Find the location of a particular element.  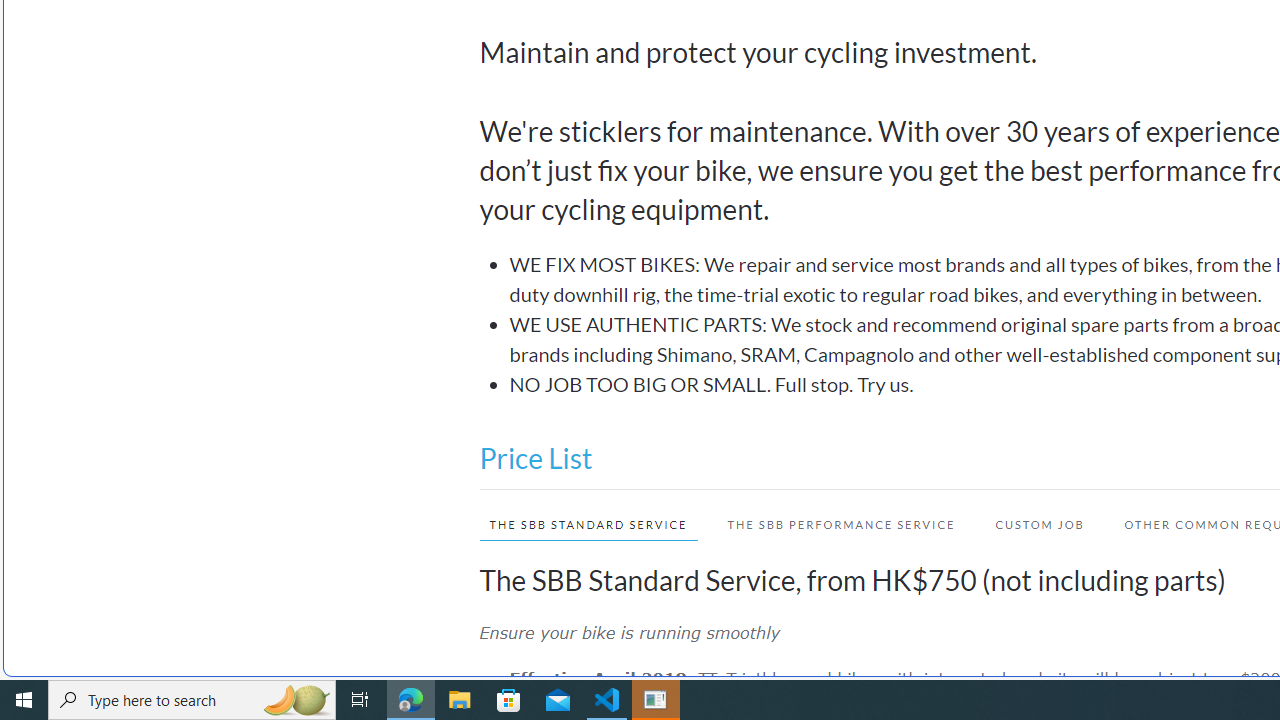

'THE SBB PERFORMANCE SERVICE' is located at coordinates (841, 523).